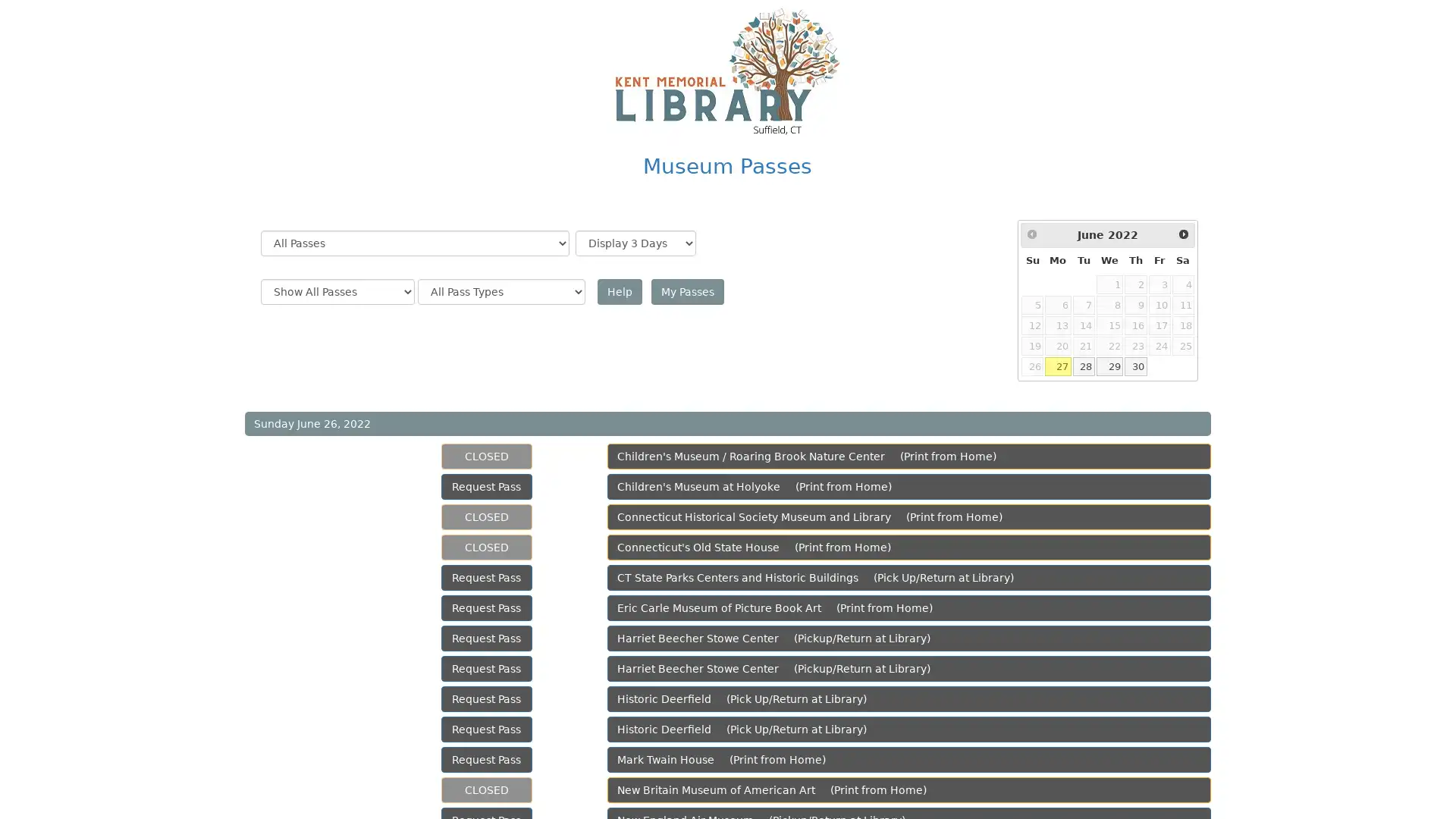  I want to click on Harriet Beecher Stowe Center     (Pickup/Return at Library), so click(908, 668).